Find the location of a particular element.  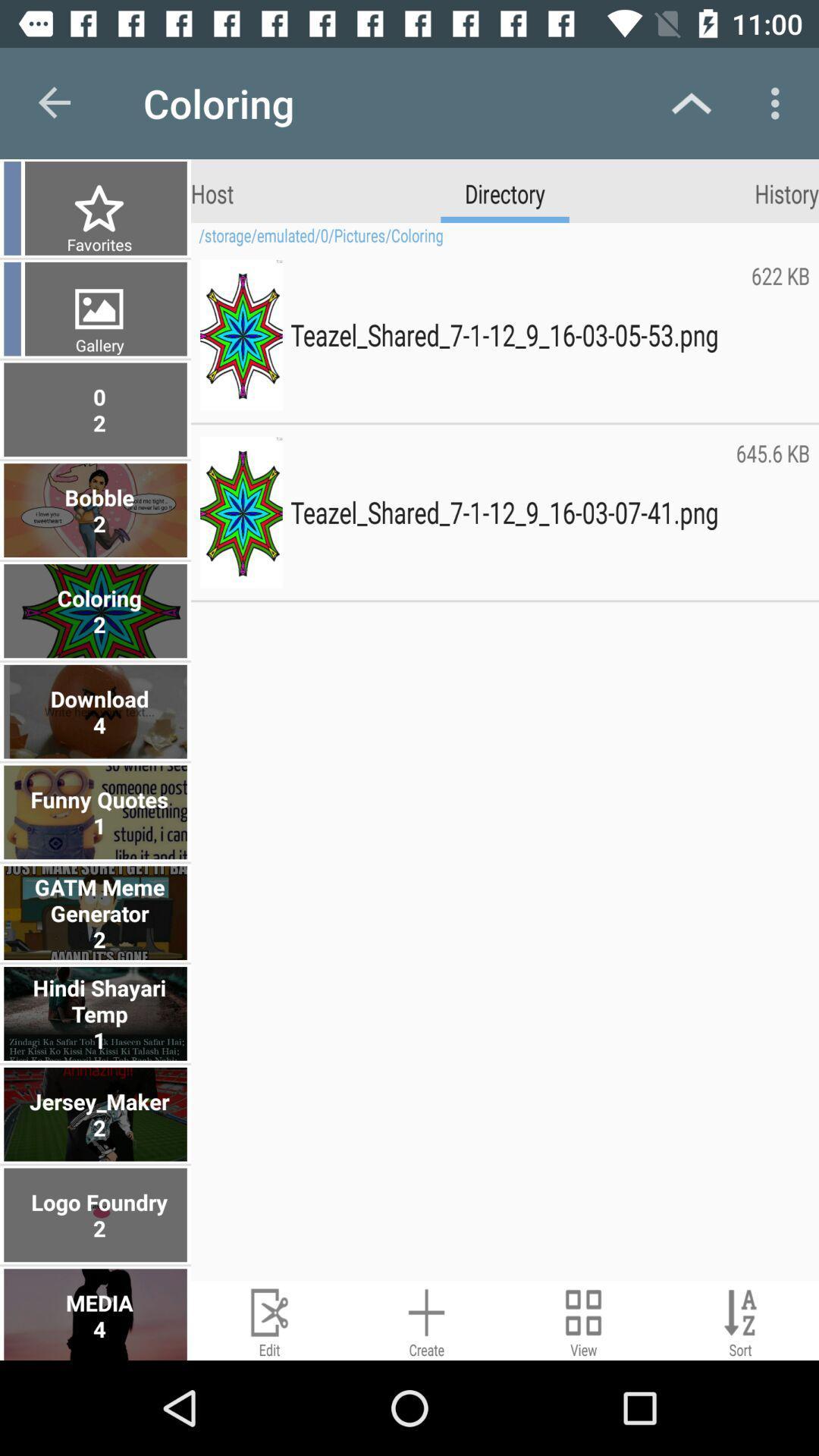

edit button is located at coordinates (268, 1319).